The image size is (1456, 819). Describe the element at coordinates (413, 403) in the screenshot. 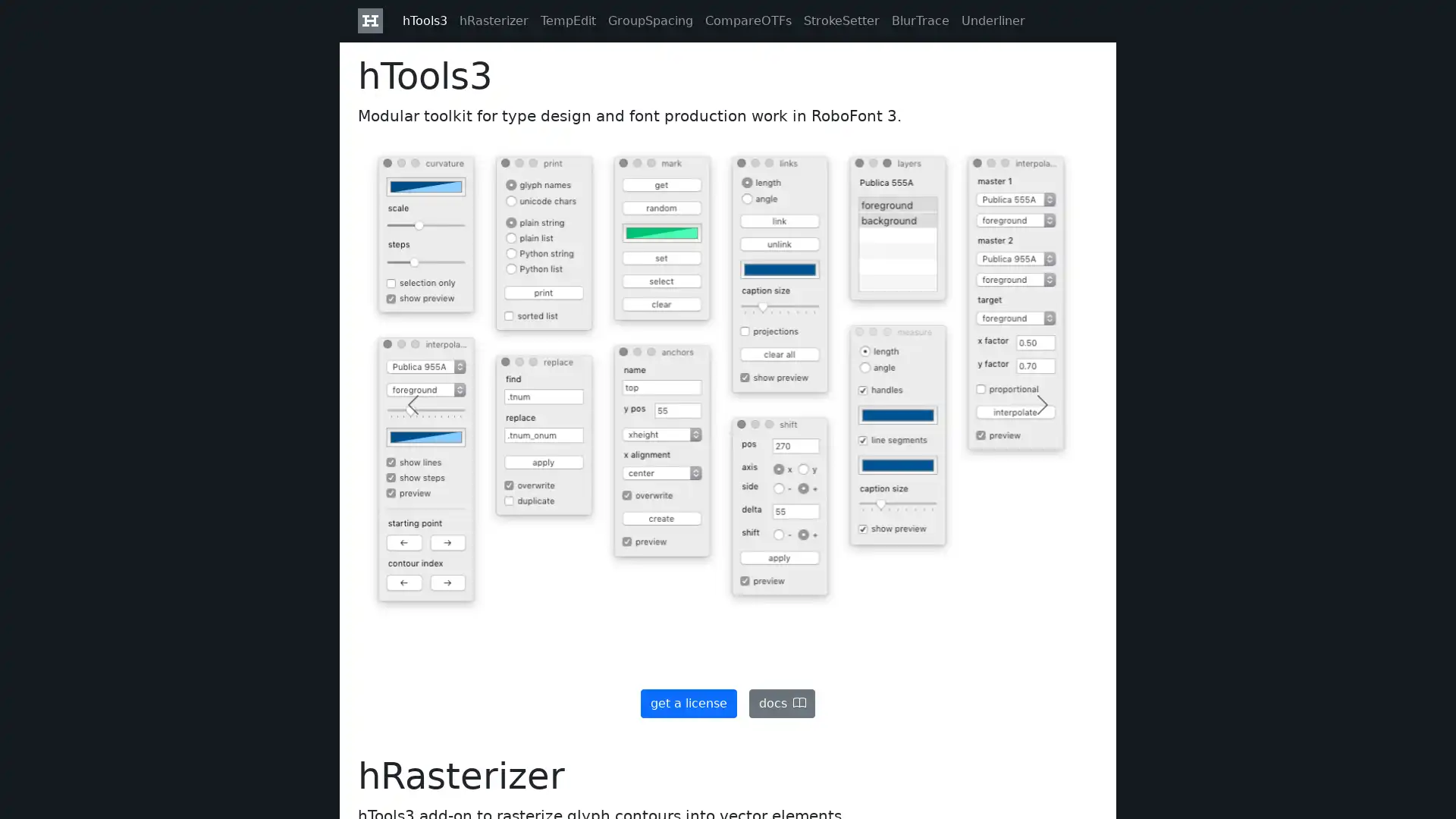

I see `Previous` at that location.